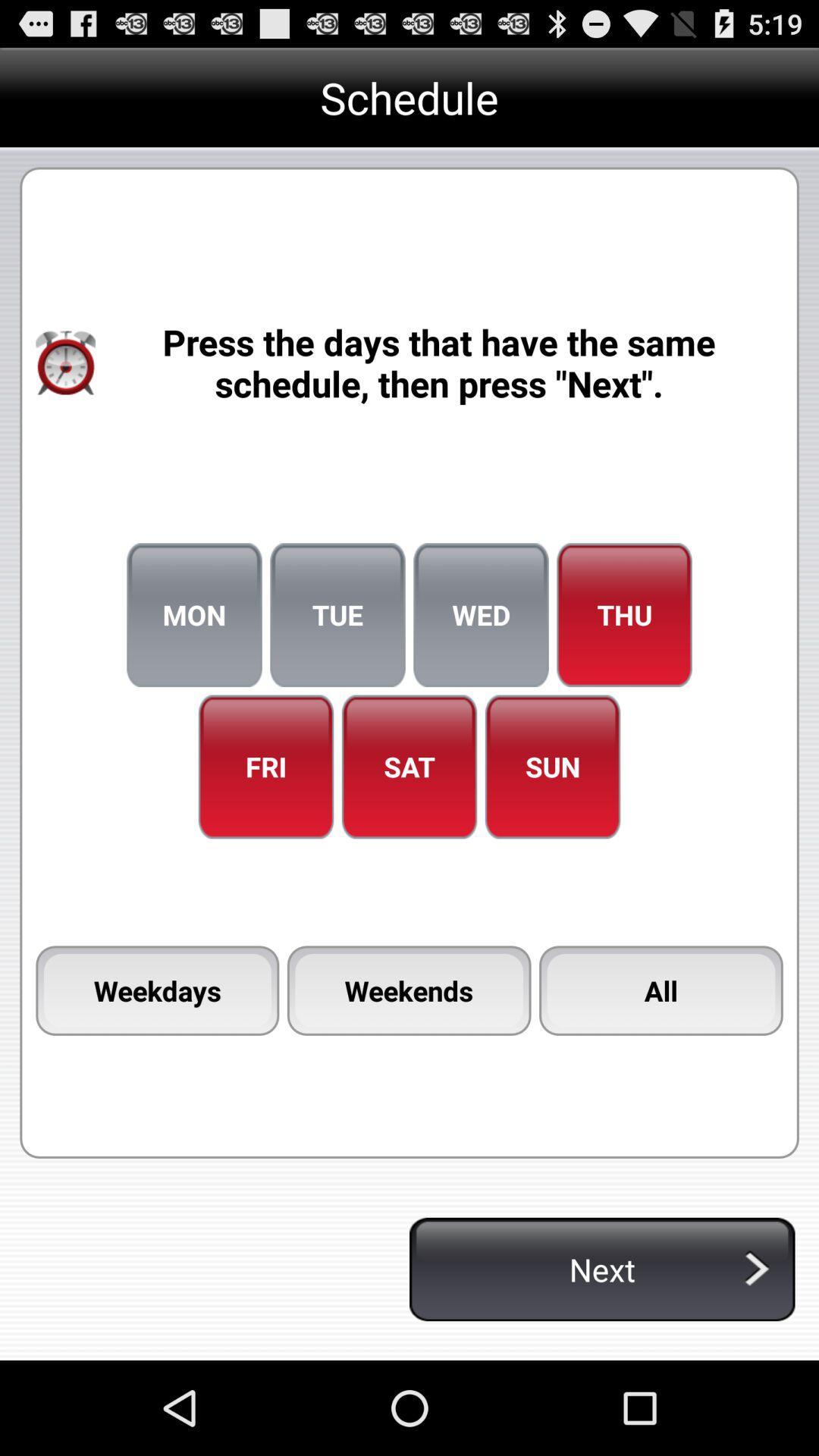 The height and width of the screenshot is (1456, 819). Describe the element at coordinates (408, 990) in the screenshot. I see `the item at the bottom` at that location.